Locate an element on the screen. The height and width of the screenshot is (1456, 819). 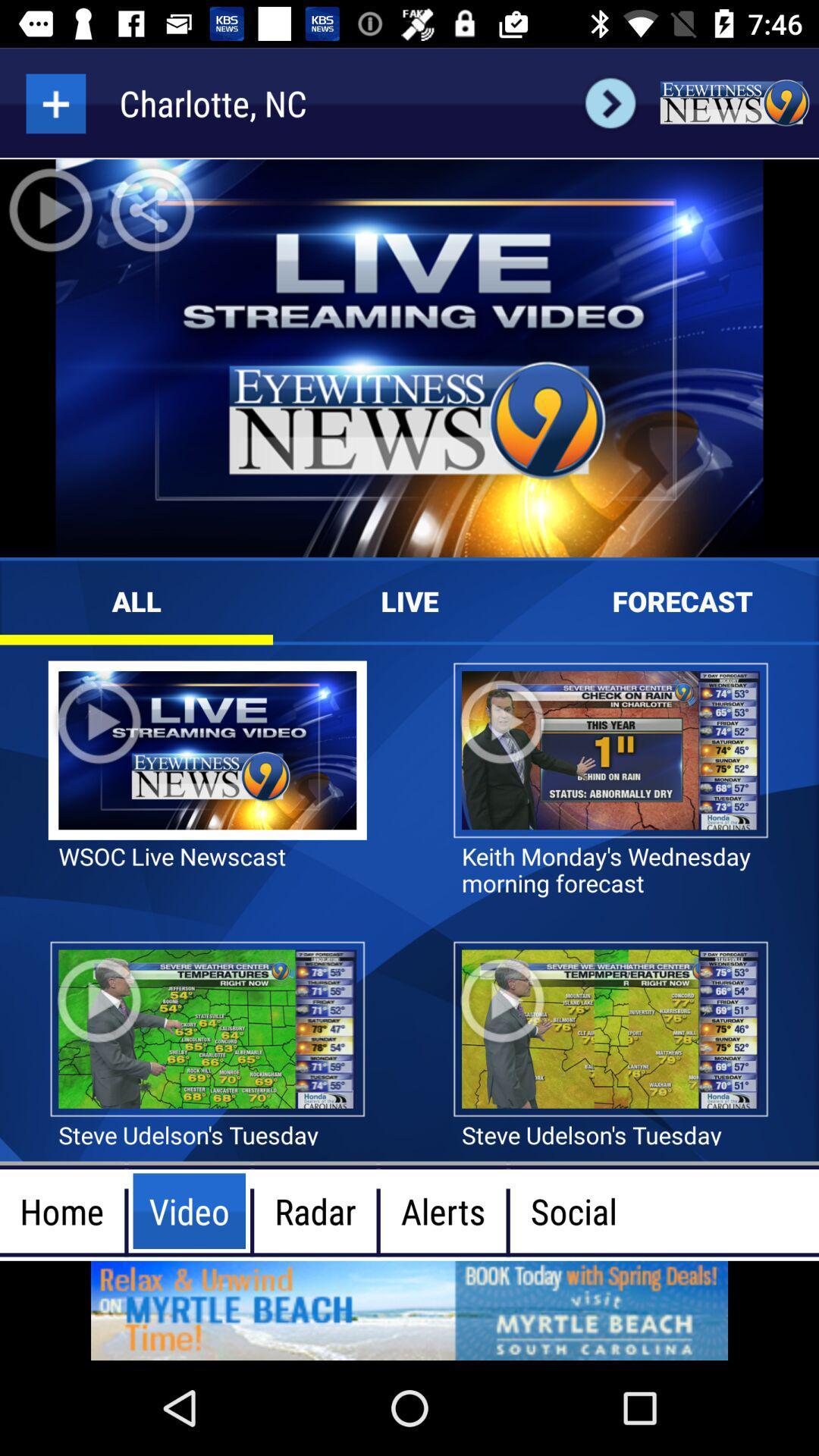
next is located at coordinates (610, 102).